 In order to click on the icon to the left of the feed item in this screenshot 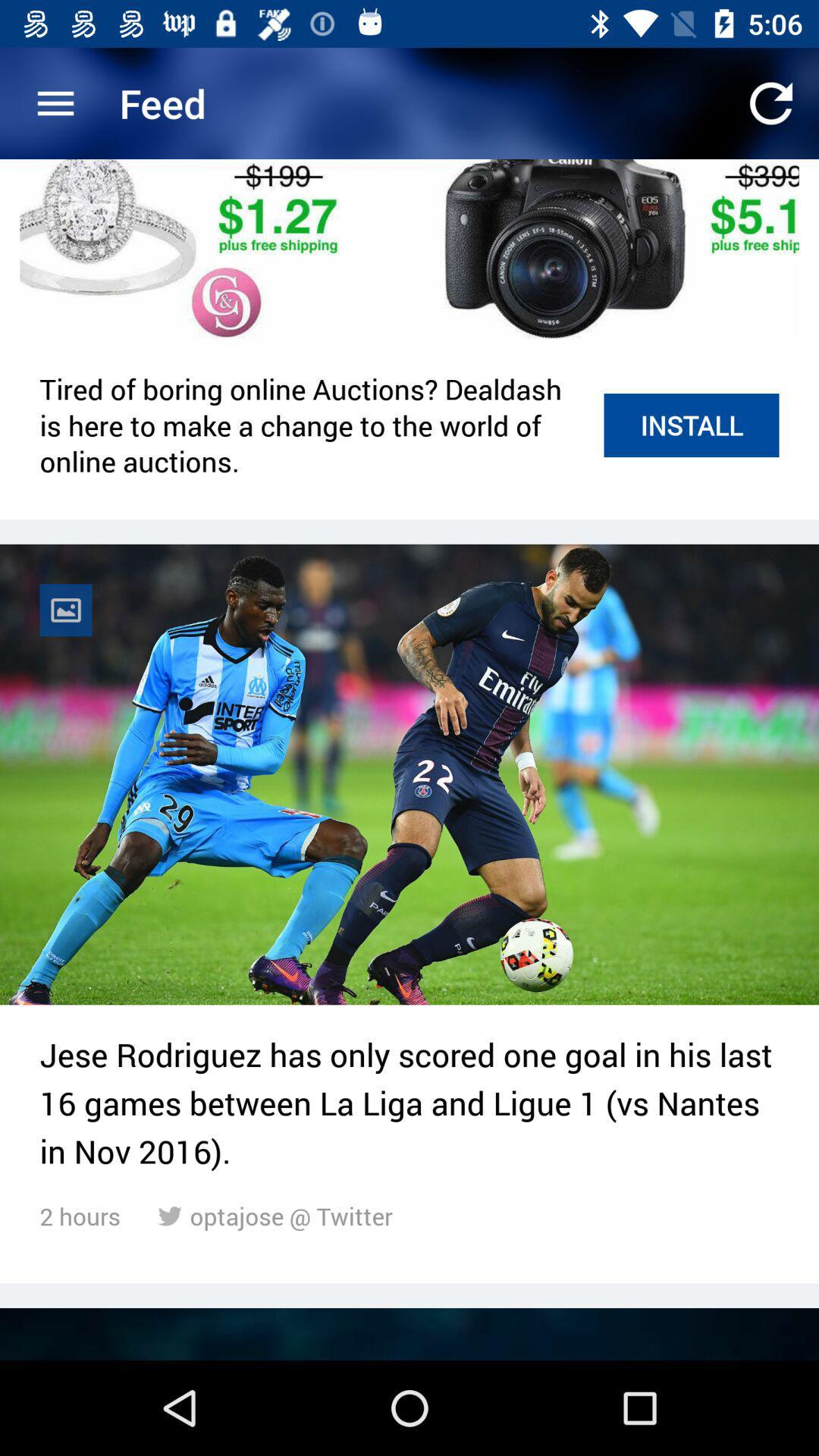, I will do `click(55, 102)`.